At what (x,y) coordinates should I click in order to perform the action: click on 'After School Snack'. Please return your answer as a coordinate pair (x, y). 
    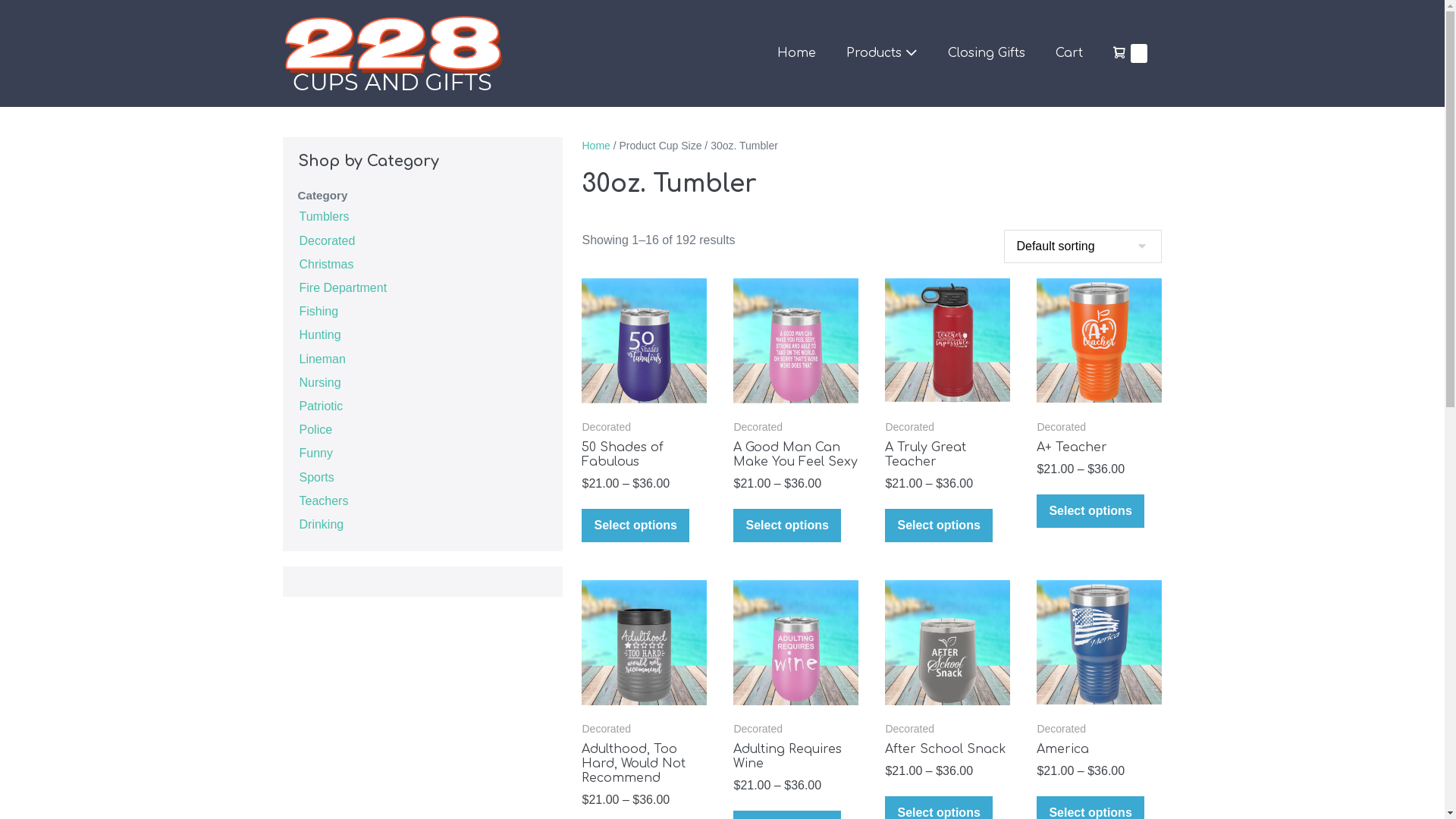
    Looking at the image, I should click on (946, 748).